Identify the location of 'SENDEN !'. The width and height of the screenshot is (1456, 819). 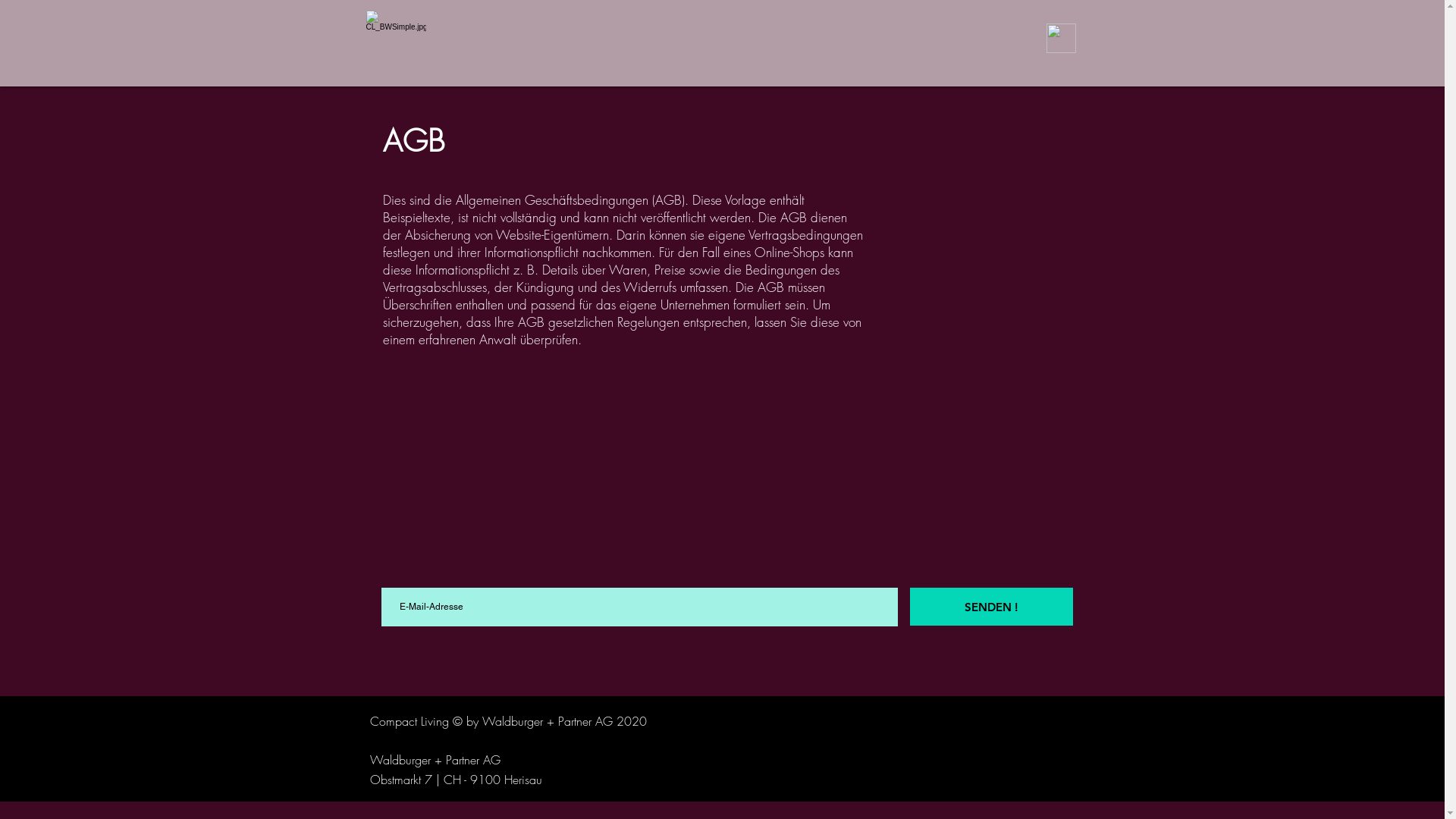
(991, 605).